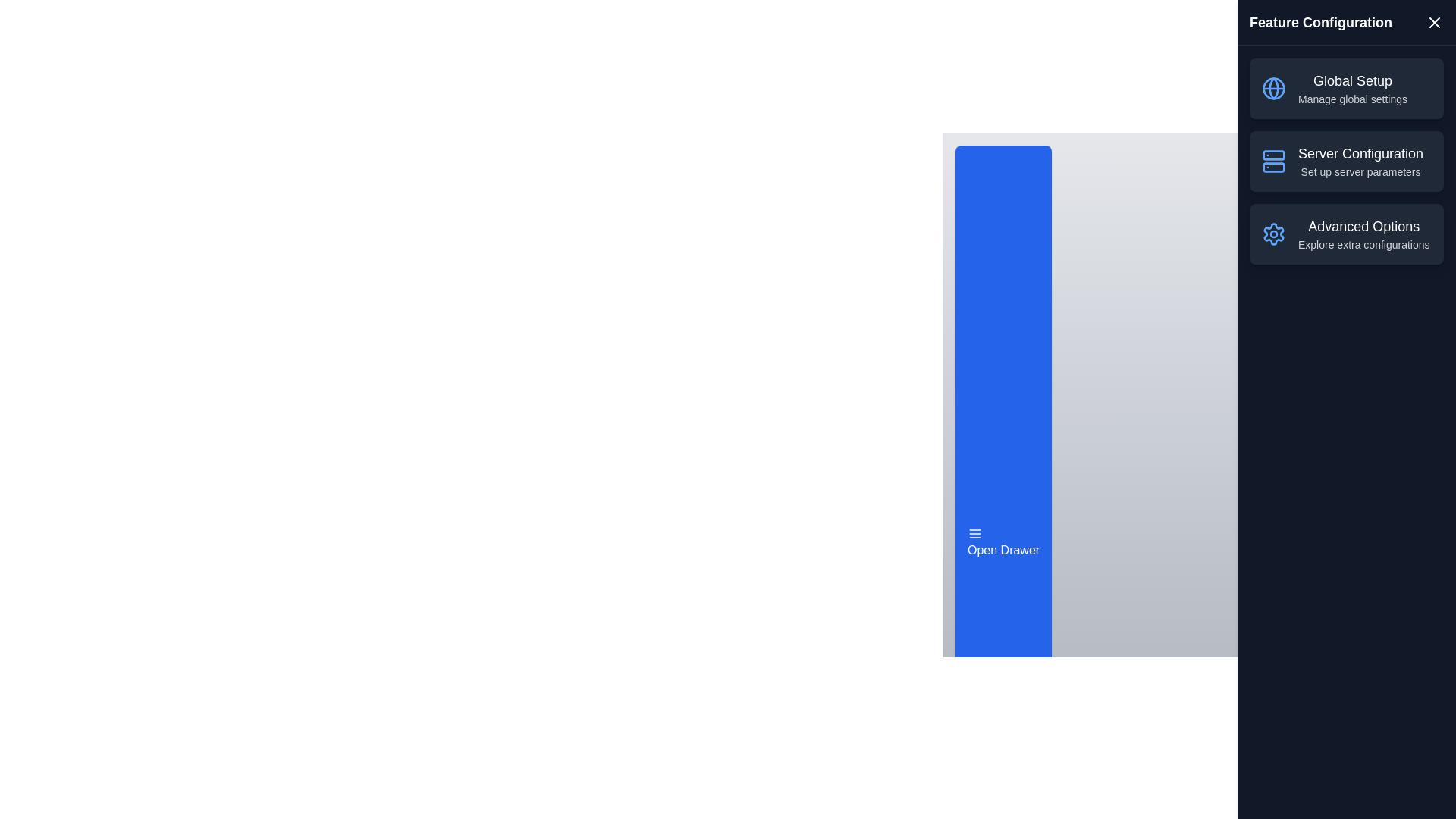 This screenshot has width=1456, height=819. What do you see at coordinates (1347, 161) in the screenshot?
I see `the feature item Server Configuration in the list` at bounding box center [1347, 161].